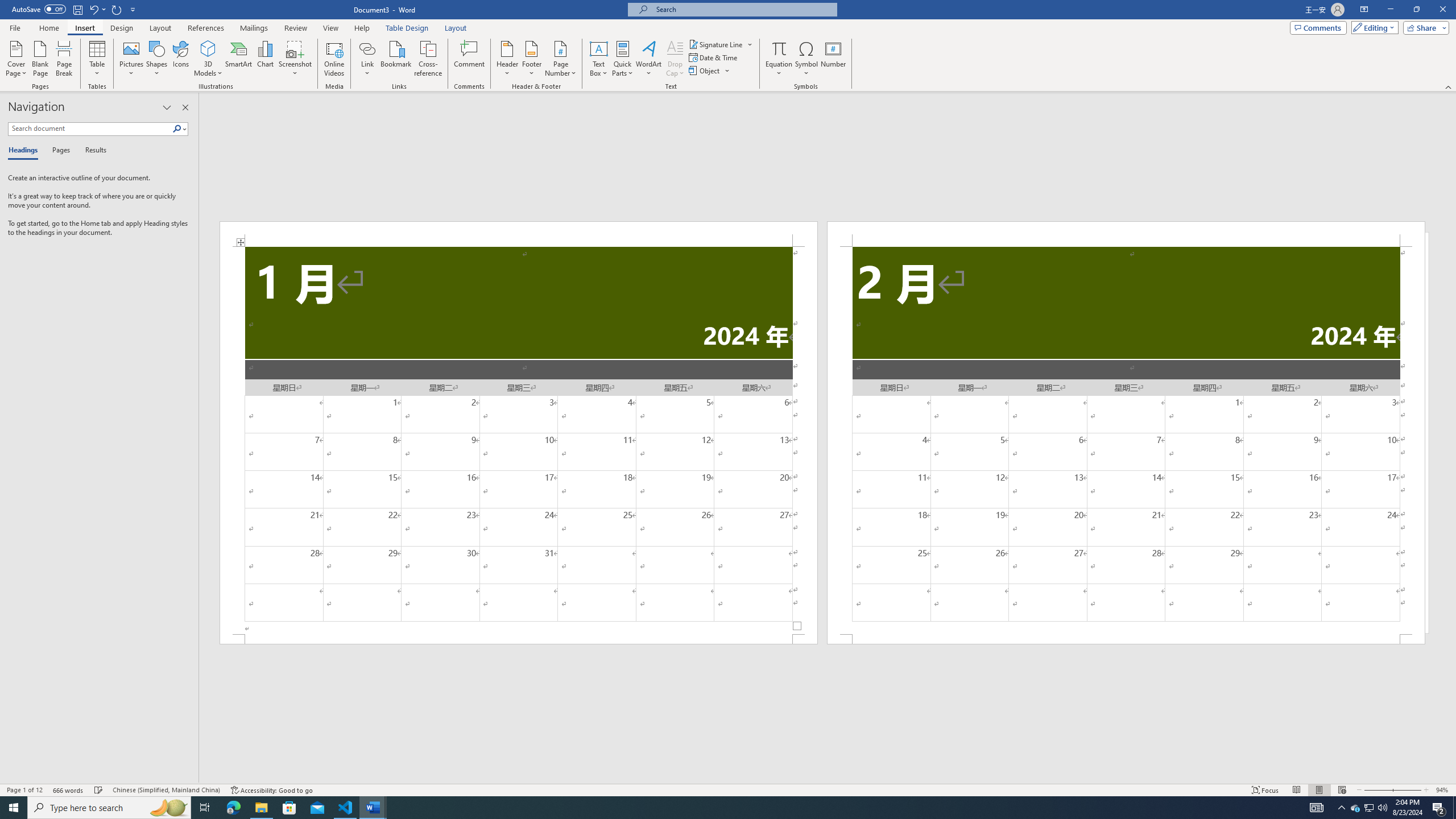 The image size is (1456, 819). What do you see at coordinates (1126, 638) in the screenshot?
I see `'Footer -Section 2-'` at bounding box center [1126, 638].